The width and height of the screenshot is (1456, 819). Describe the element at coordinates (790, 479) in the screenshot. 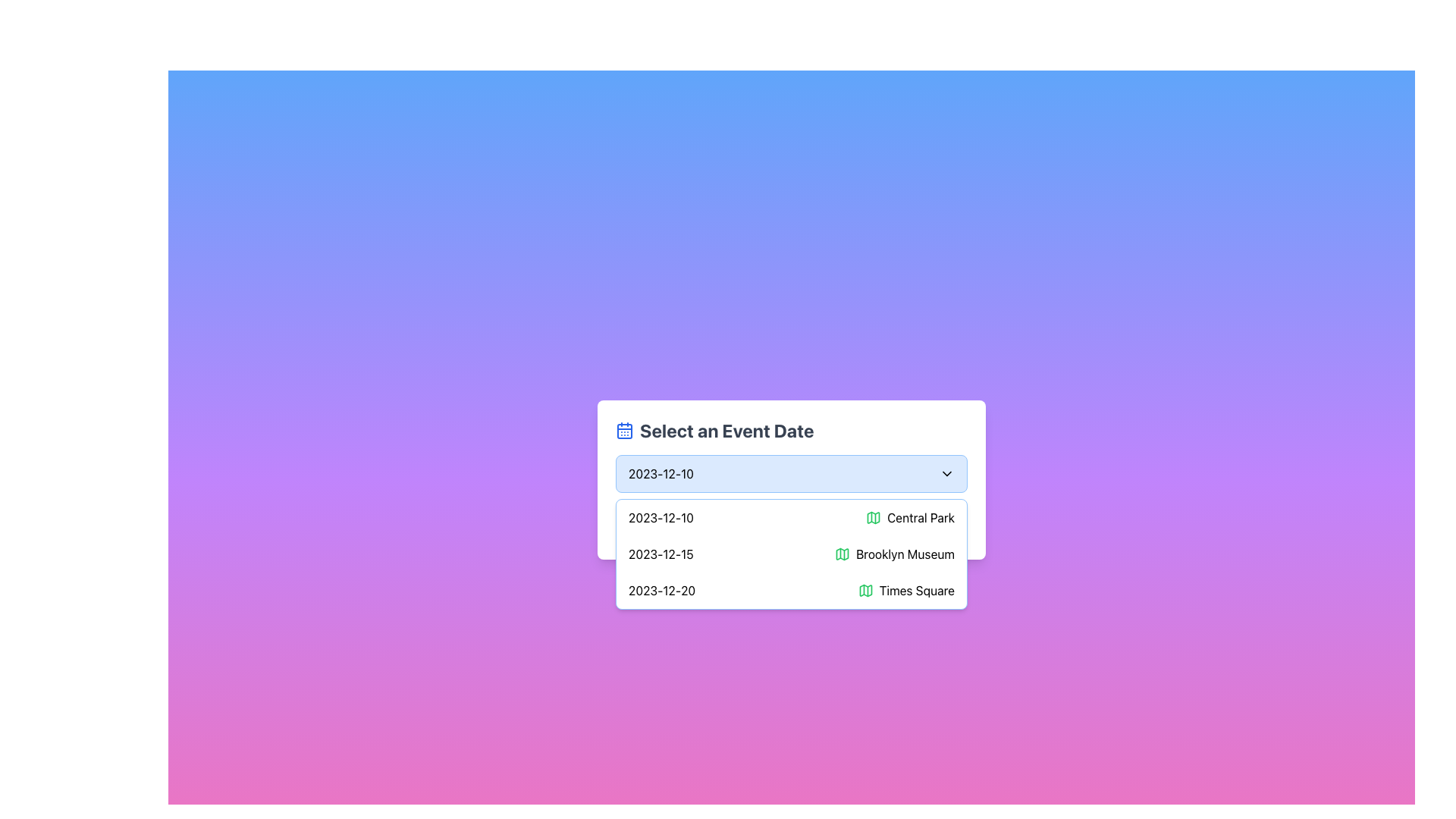

I see `the dropdown menu component` at that location.